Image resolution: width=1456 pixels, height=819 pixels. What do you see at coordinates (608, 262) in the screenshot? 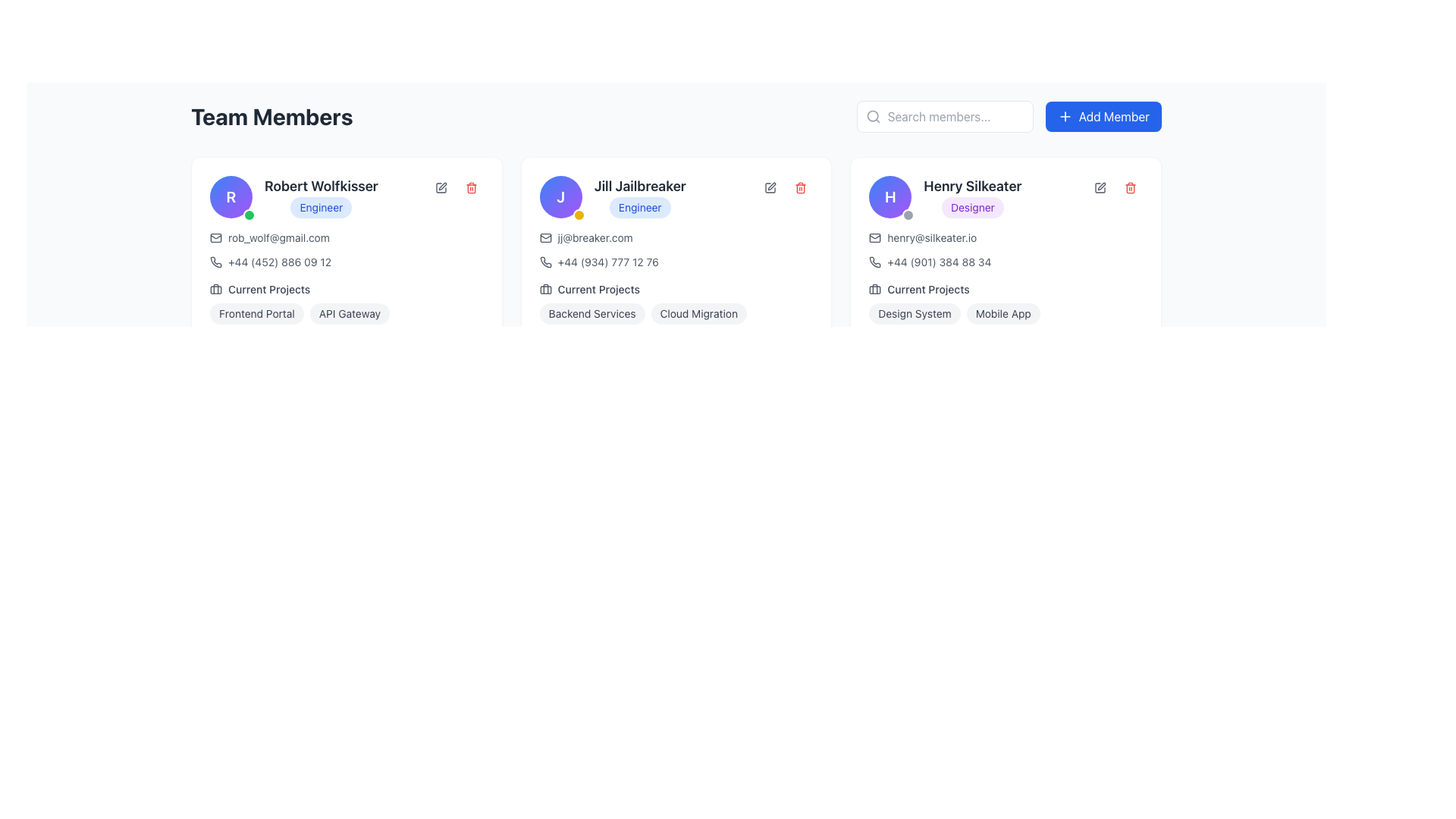
I see `the telephone number '+44 (934) 777 12 76' displayed in muted grayish font, part of the contact information for 'Jill Jailbreaker'` at bounding box center [608, 262].